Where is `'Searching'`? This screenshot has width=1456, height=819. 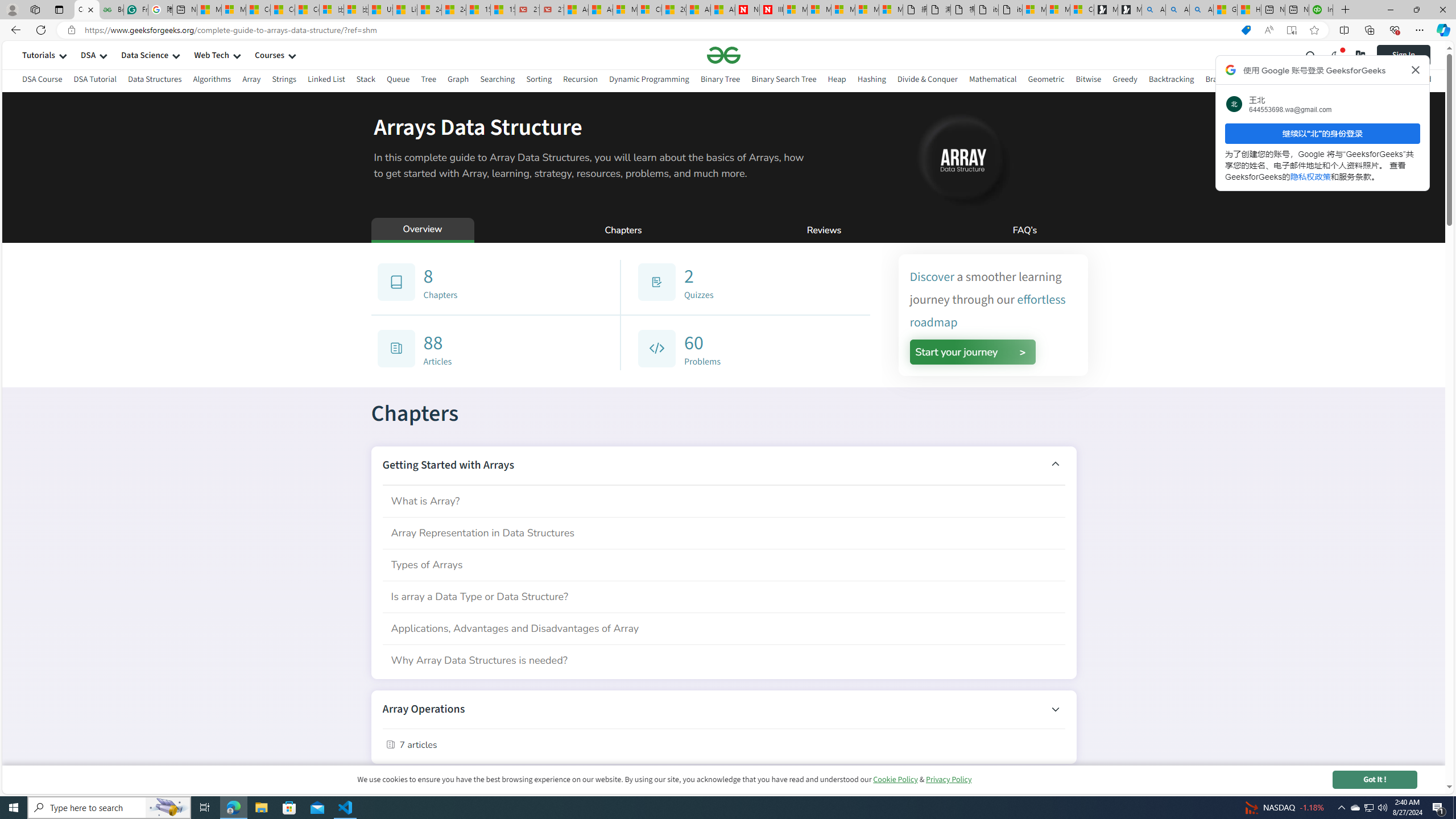 'Searching' is located at coordinates (498, 78).